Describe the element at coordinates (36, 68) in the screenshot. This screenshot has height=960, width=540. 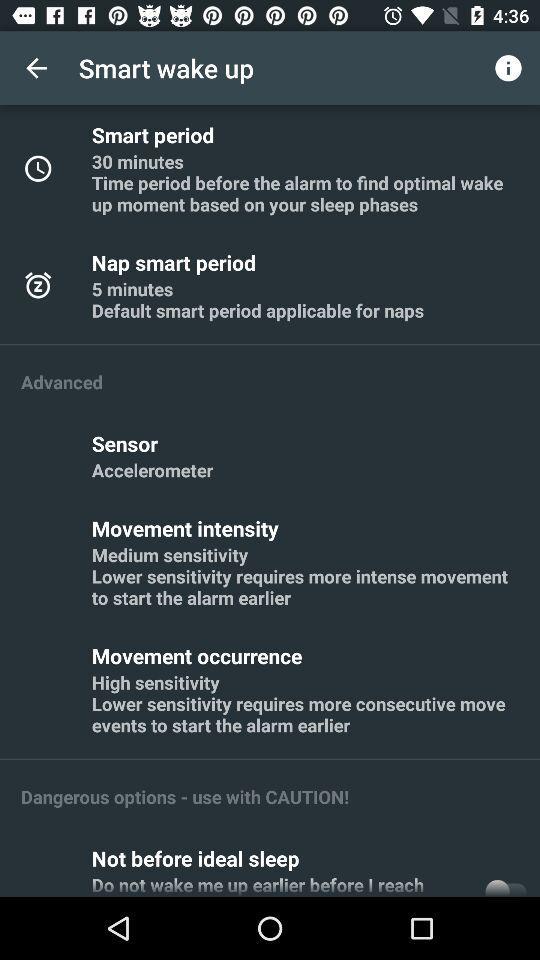
I see `the icon next to smart wake up app` at that location.